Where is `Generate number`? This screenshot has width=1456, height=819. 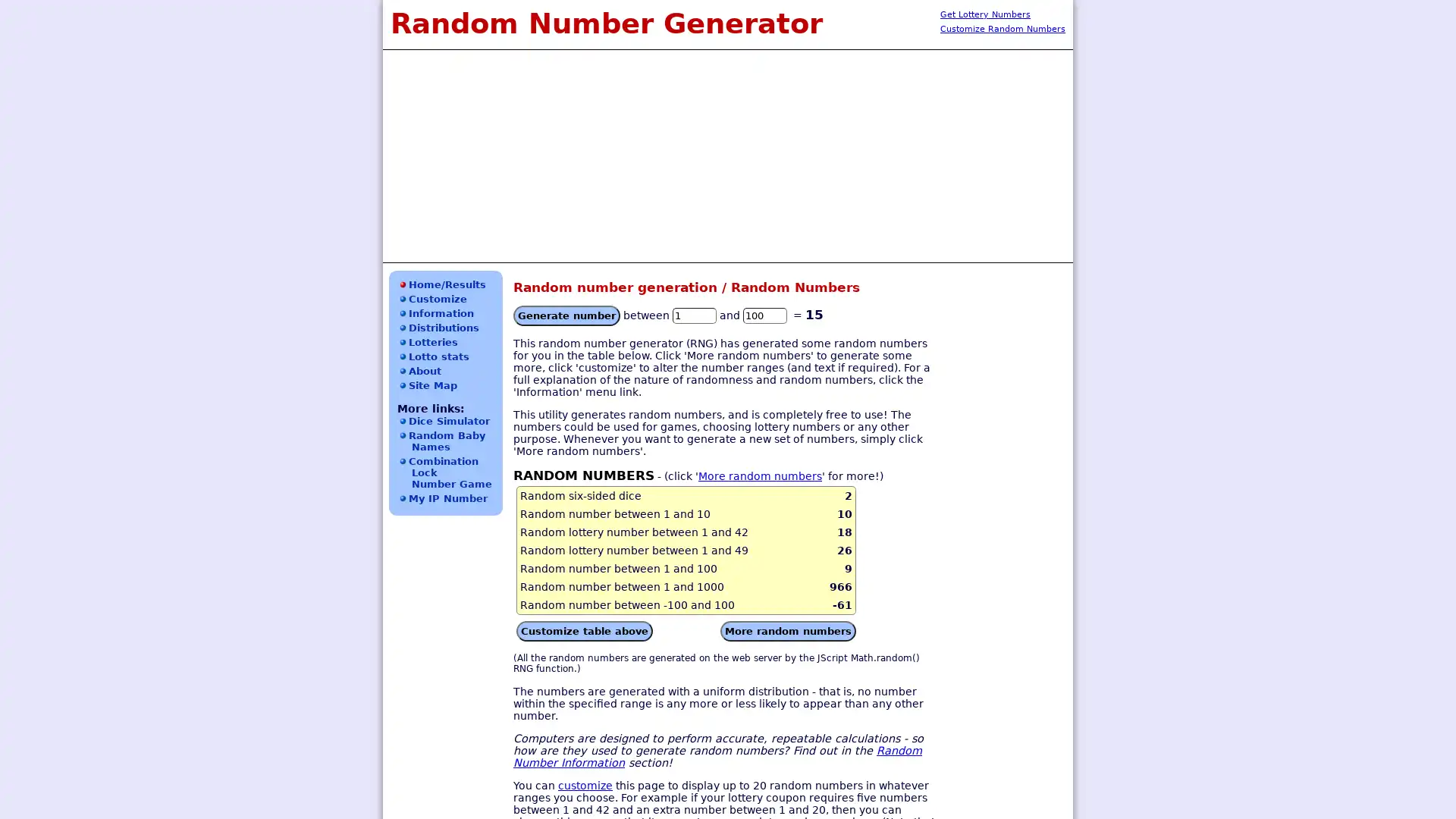 Generate number is located at coordinates (566, 315).